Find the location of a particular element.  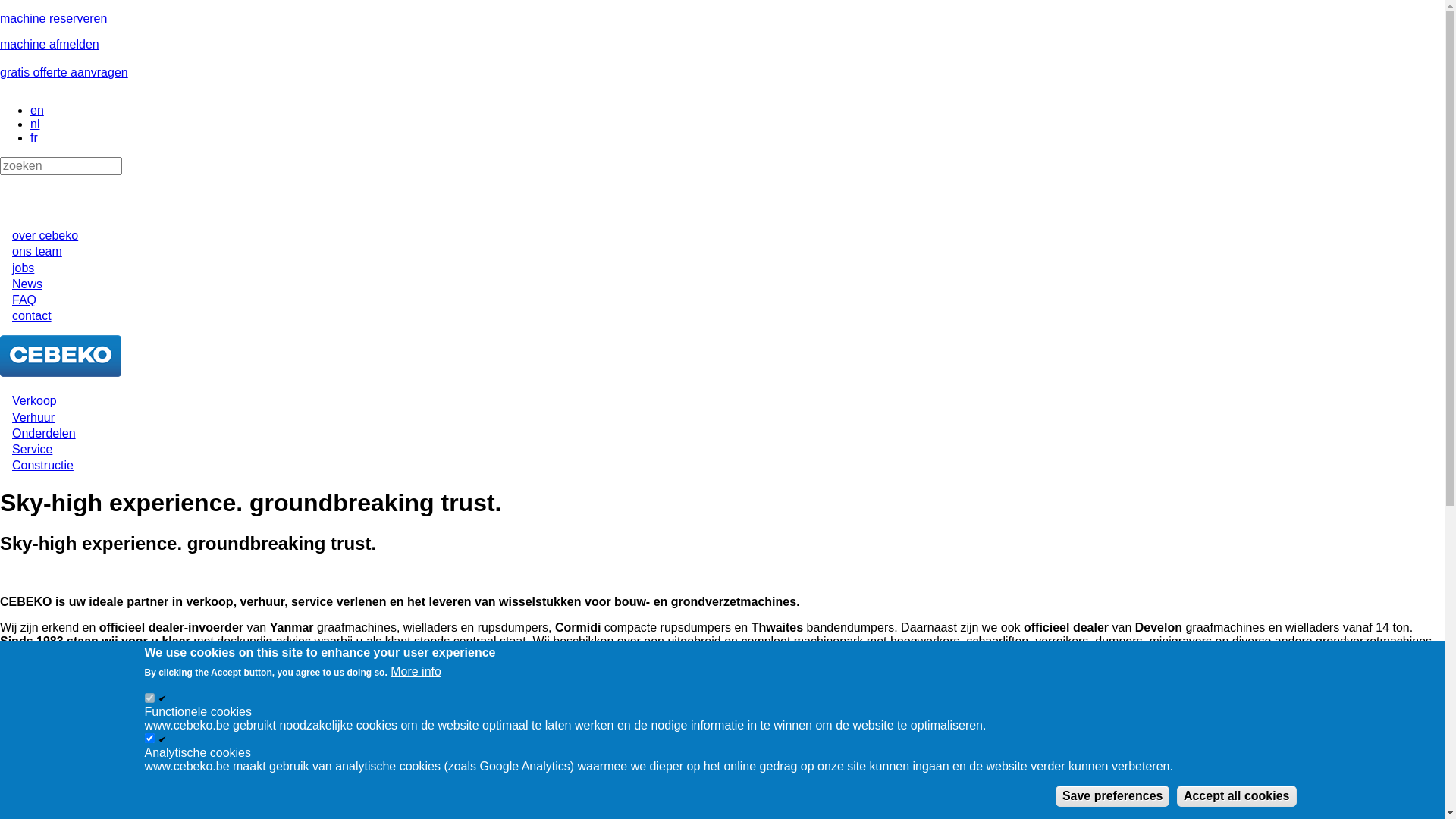

'contact' is located at coordinates (32, 315).